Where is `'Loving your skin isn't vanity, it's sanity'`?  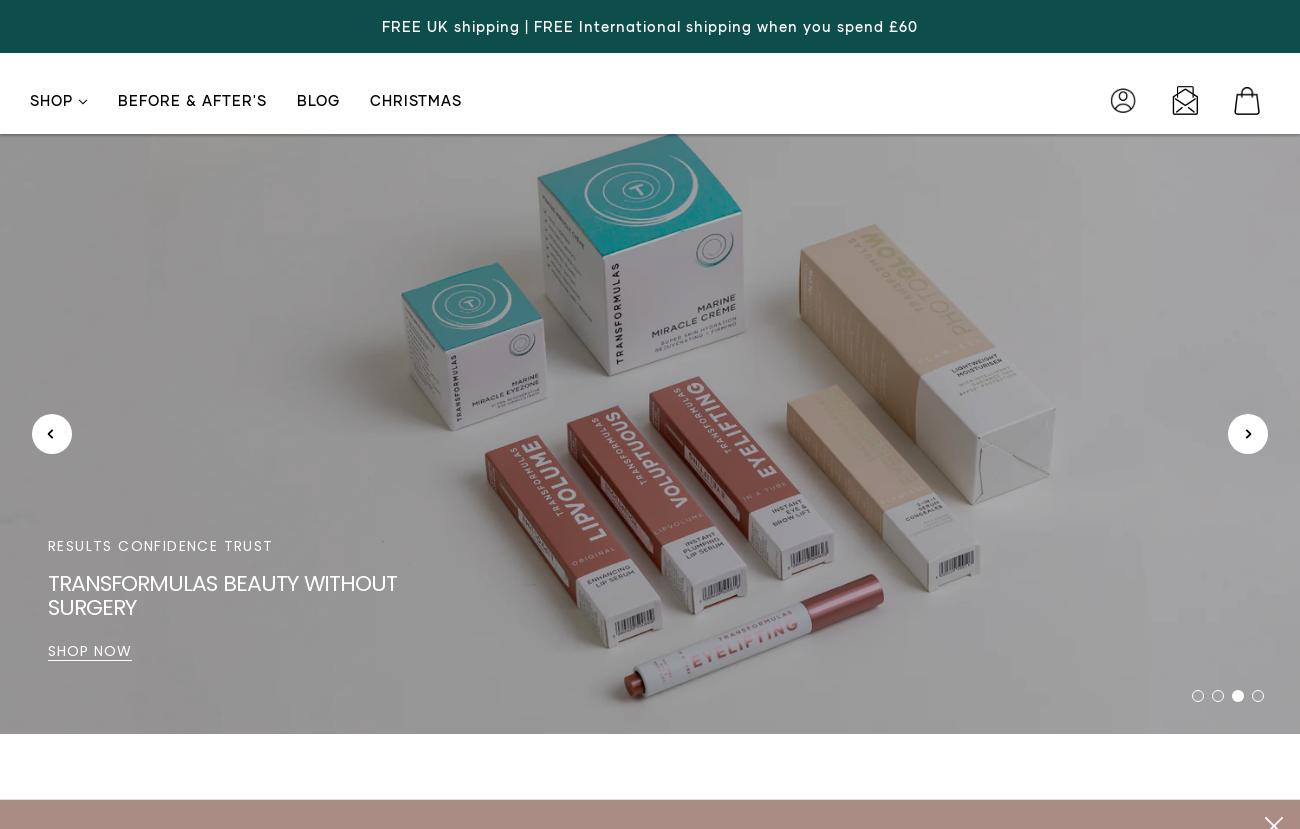
'Loving your skin isn't vanity, it's sanity' is located at coordinates (222, 593).